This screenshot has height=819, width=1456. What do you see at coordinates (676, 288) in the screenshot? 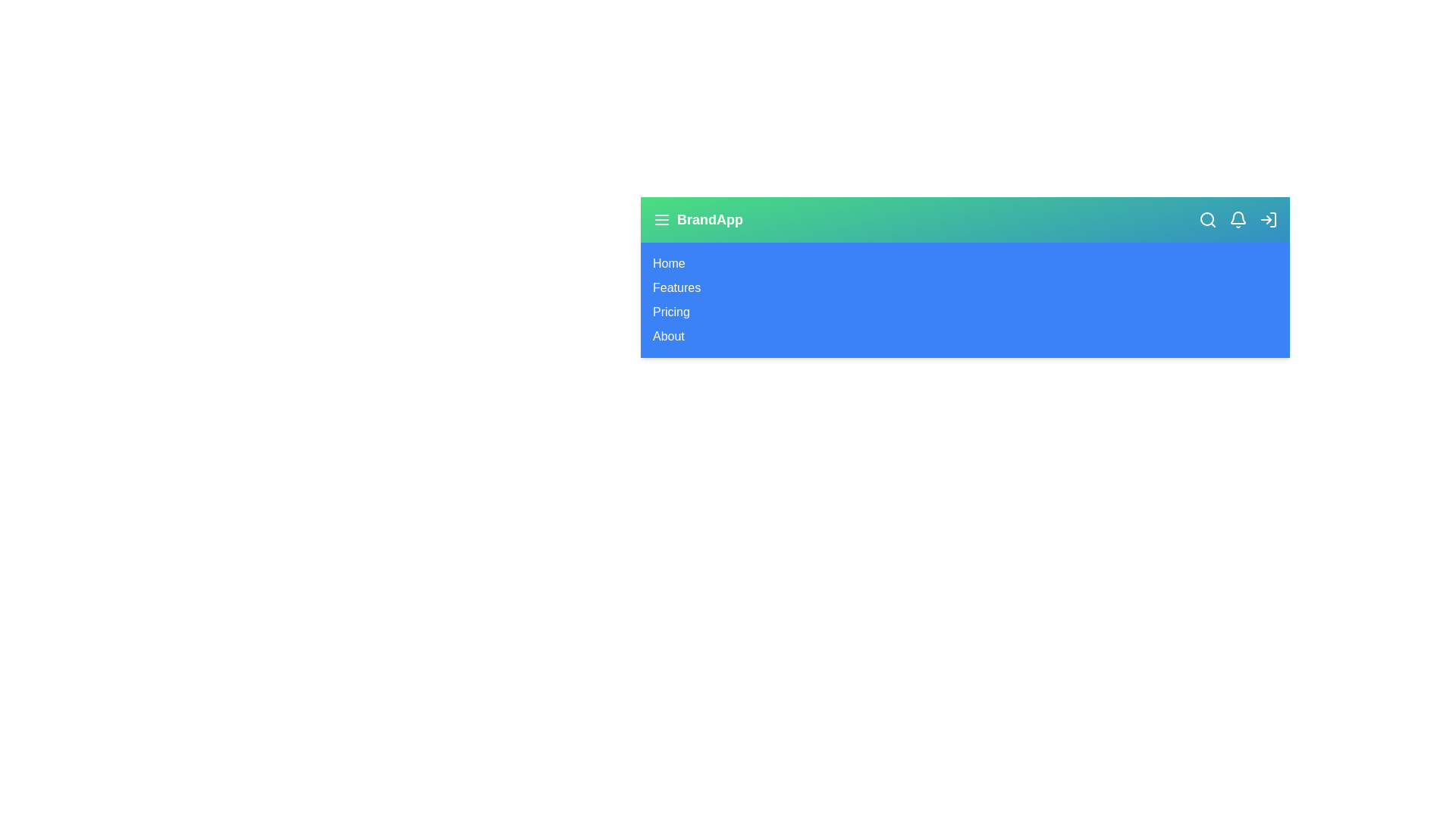
I see `the menu item corresponding to Features to navigate to that section` at bounding box center [676, 288].